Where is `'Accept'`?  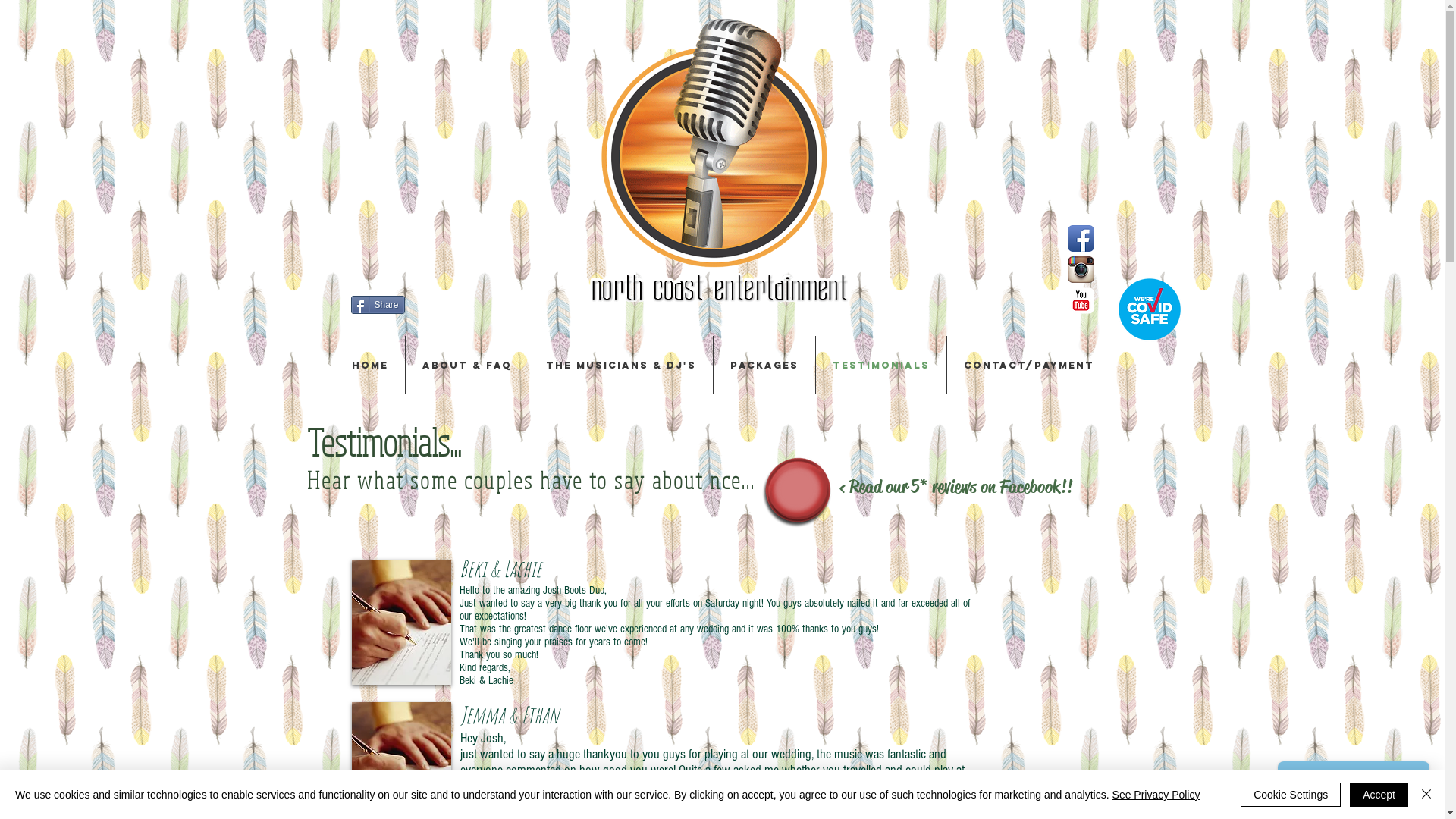
'Accept' is located at coordinates (1379, 794).